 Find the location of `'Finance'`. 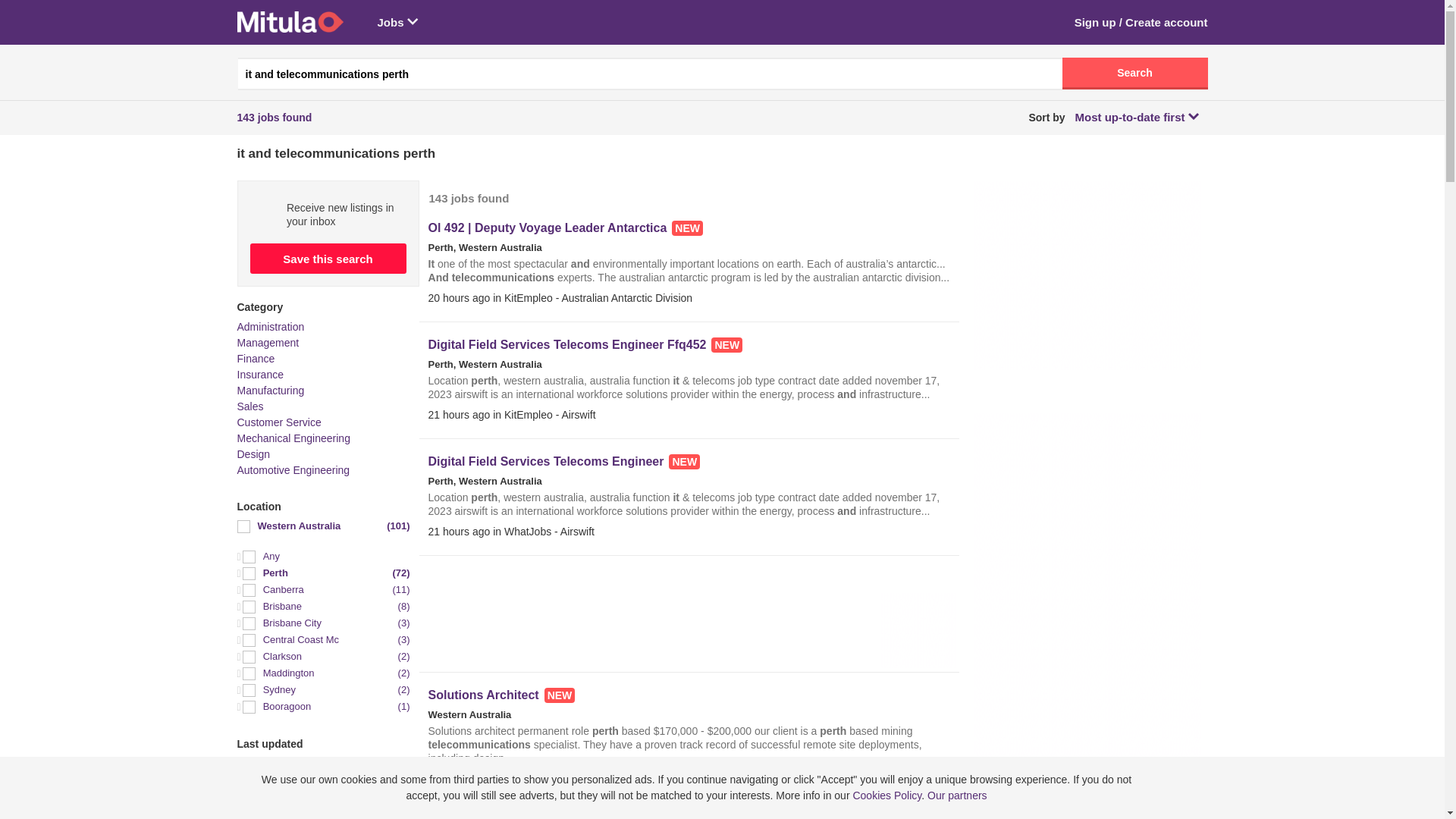

'Finance' is located at coordinates (236, 359).